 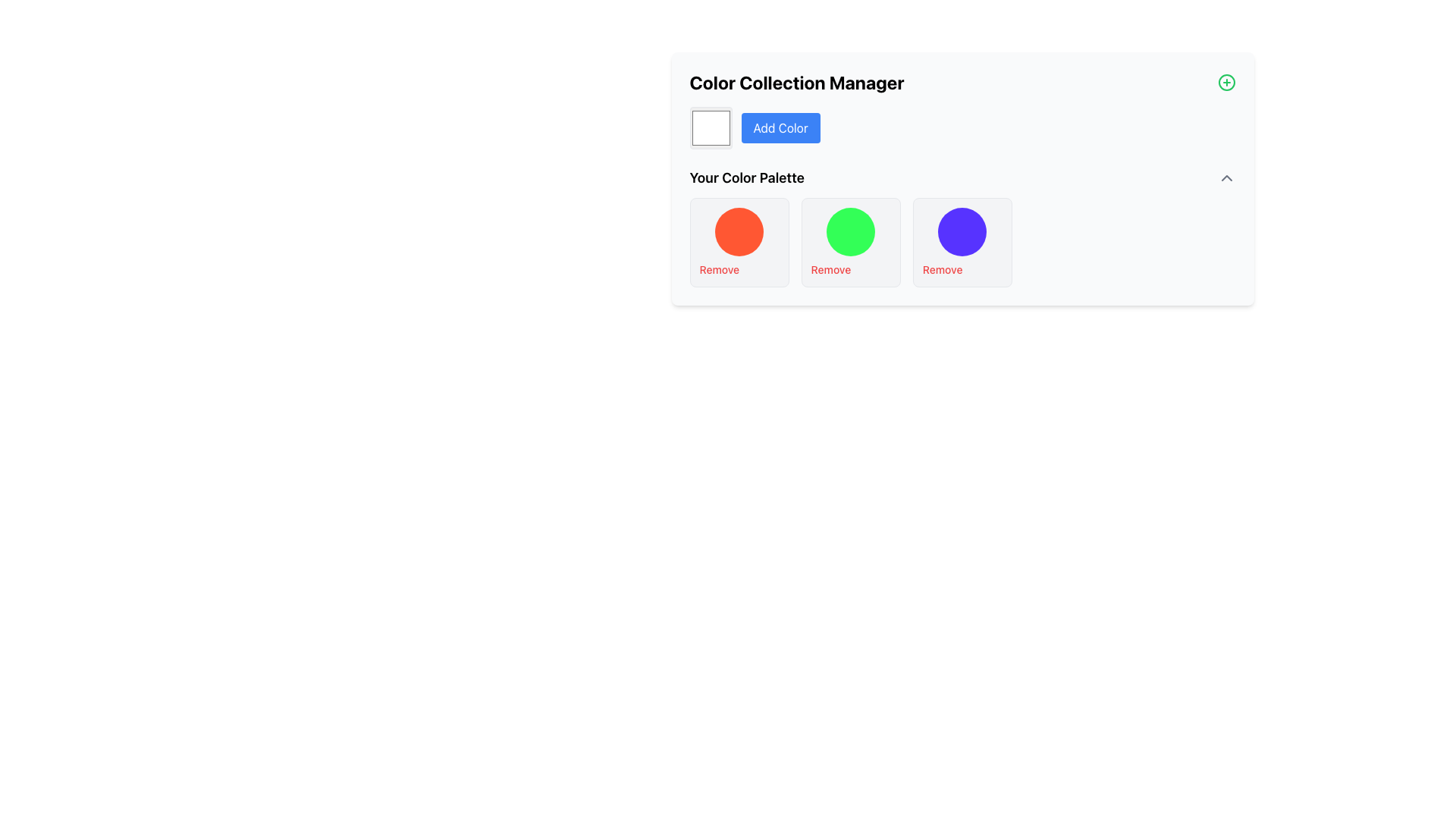 I want to click on the small triangular icon resembling an upward-pointing arrow located near the top-right corner of the 'Your Color Palette' section, so click(x=1226, y=177).